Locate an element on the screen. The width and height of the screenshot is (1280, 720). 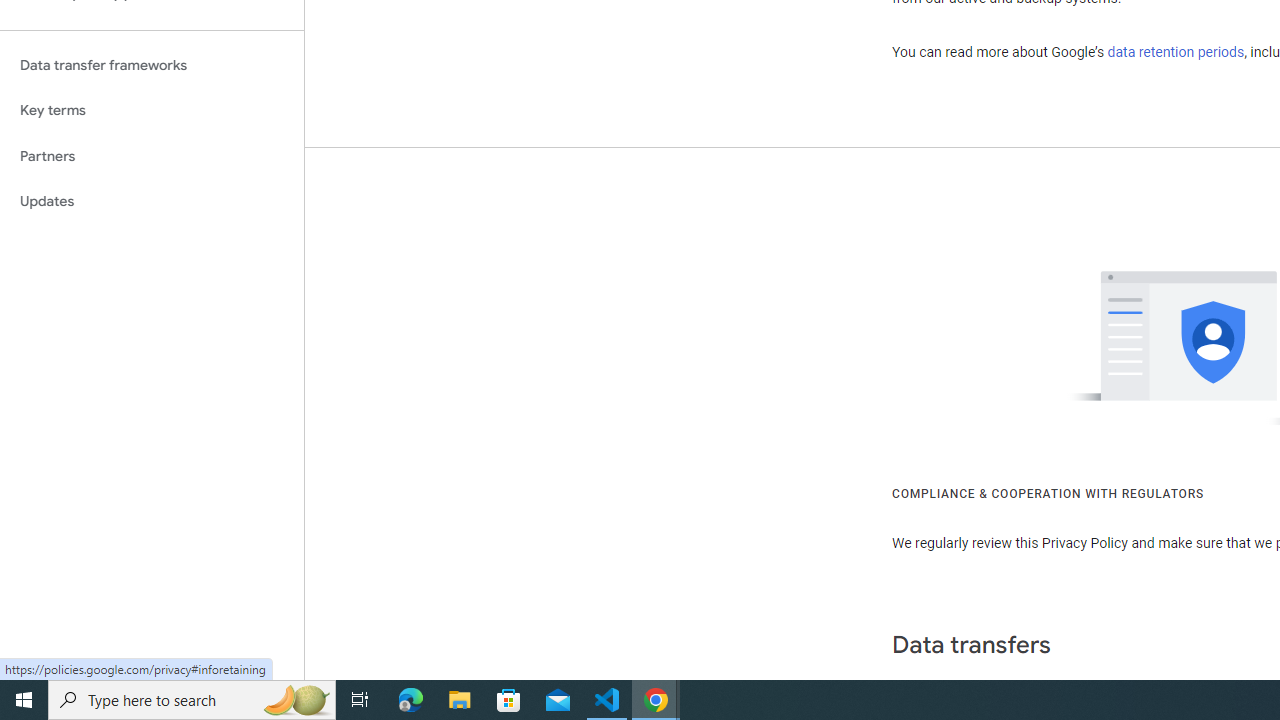
'Key terms' is located at coordinates (151, 110).